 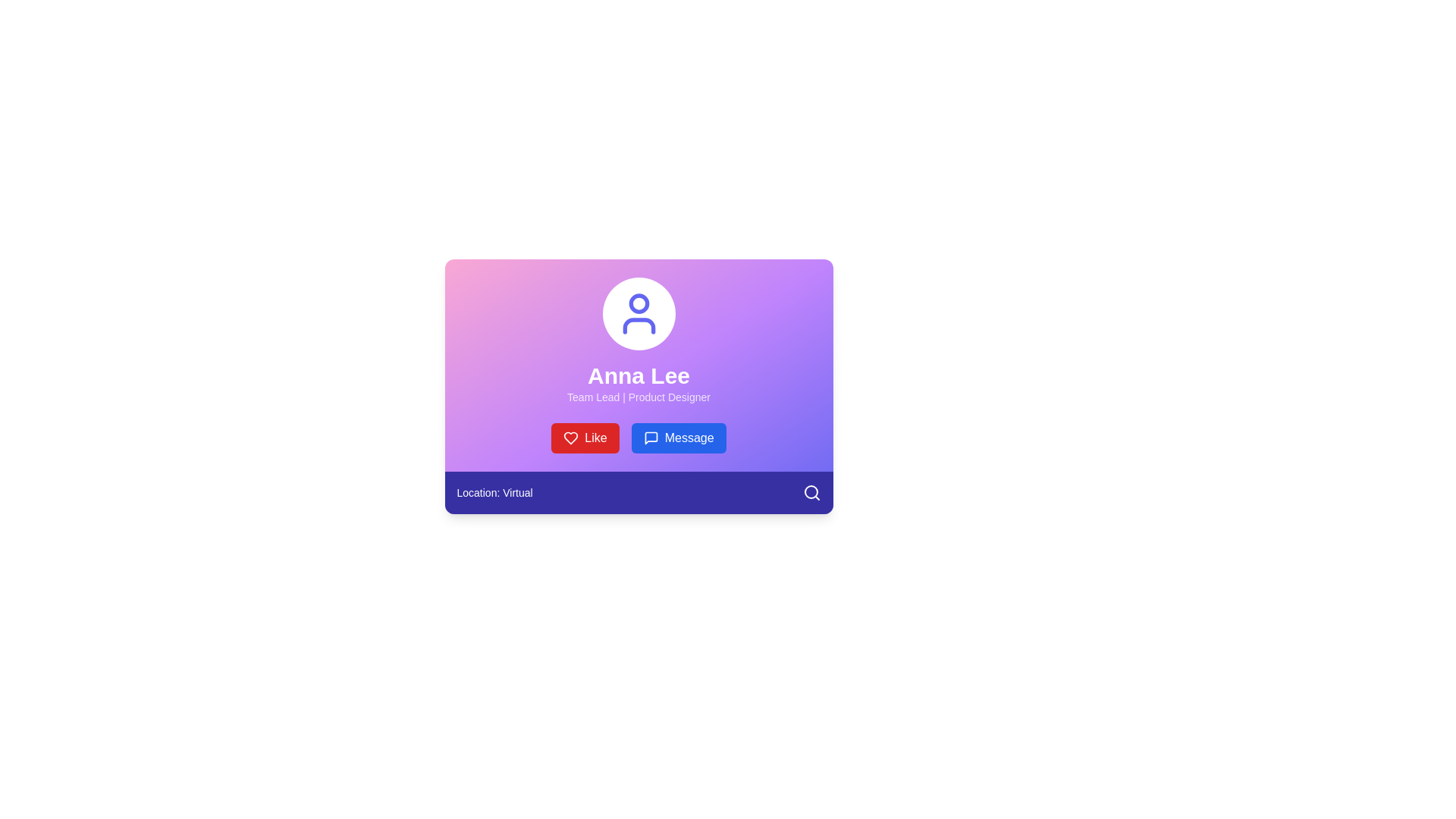 I want to click on the bold red heart icon, which is part of the 'Like' button located to the left of the 'Message' button, so click(x=570, y=438).